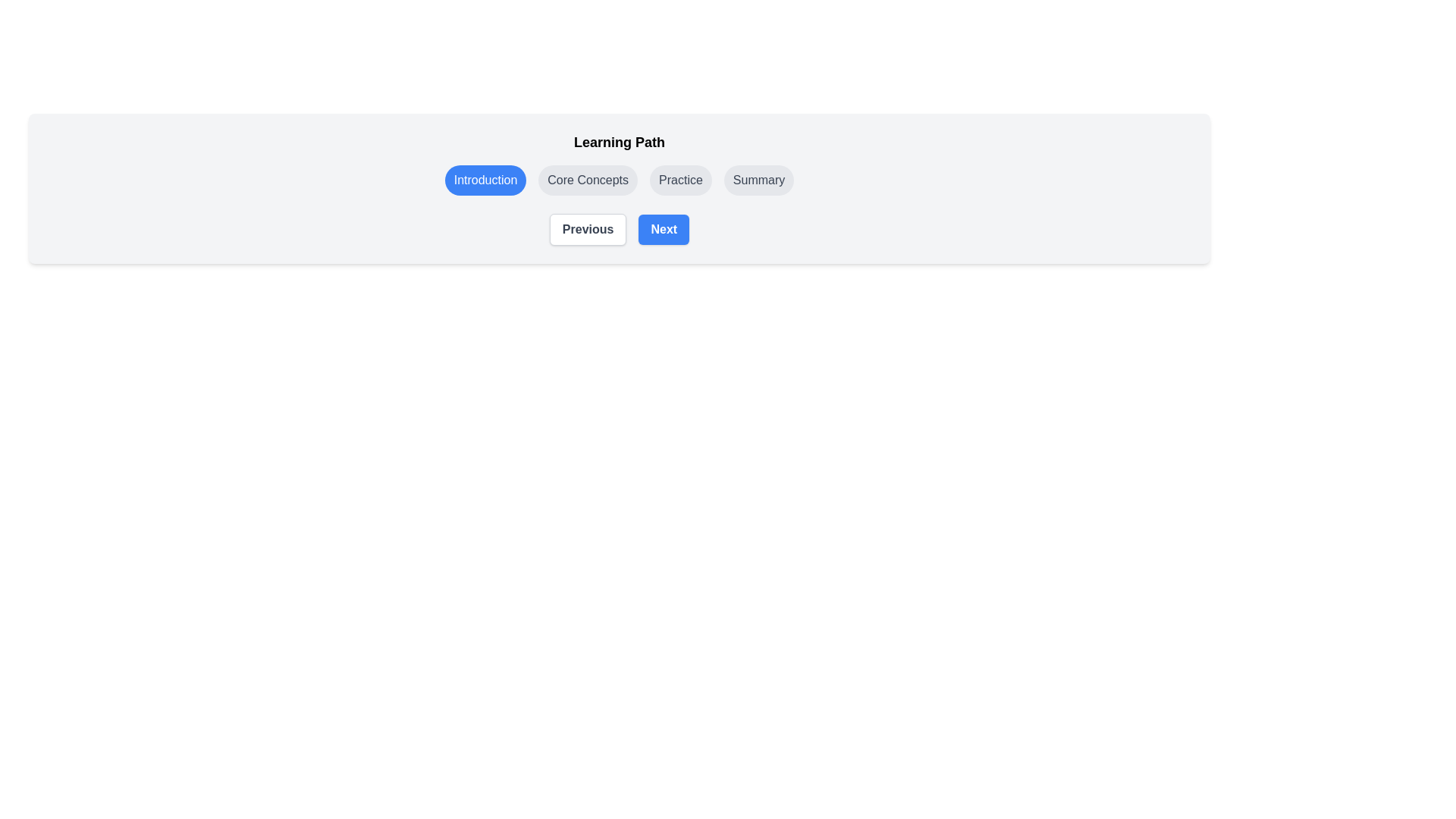 The image size is (1456, 819). What do you see at coordinates (664, 230) in the screenshot?
I see `the 'Next' button to proceed to the next step in the LearningStepper component` at bounding box center [664, 230].